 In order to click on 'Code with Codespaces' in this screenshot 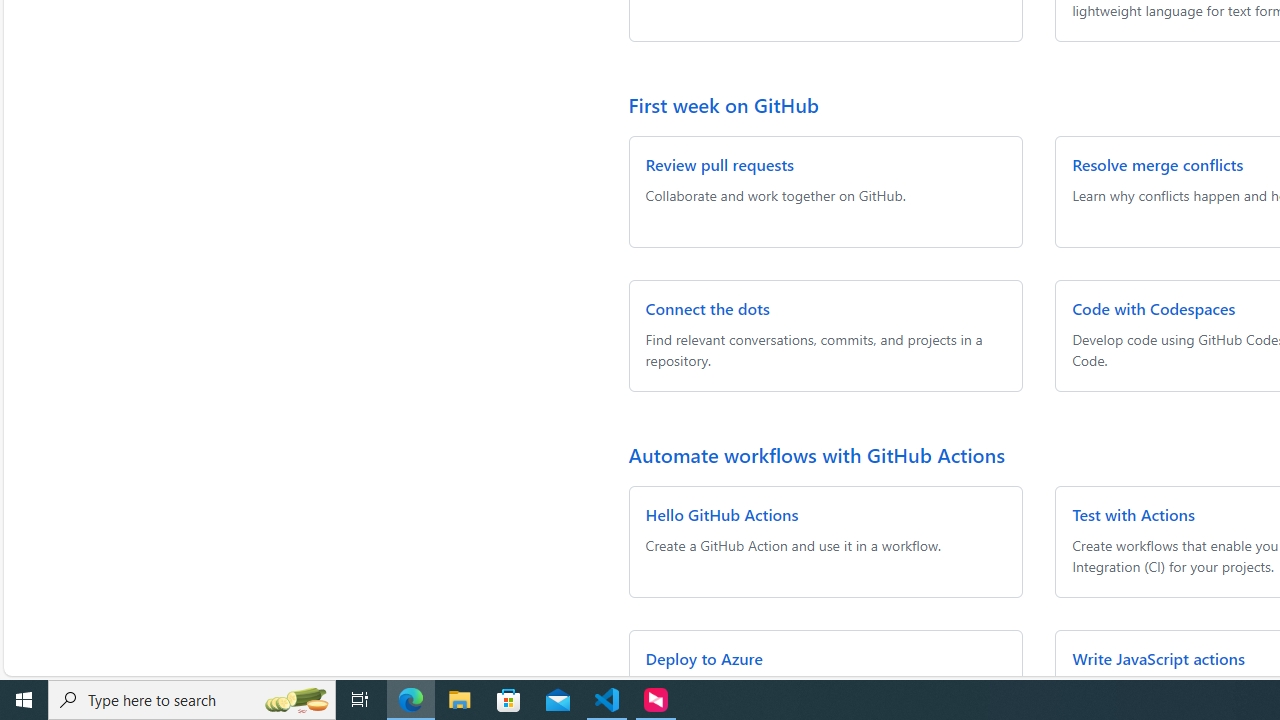, I will do `click(1154, 308)`.